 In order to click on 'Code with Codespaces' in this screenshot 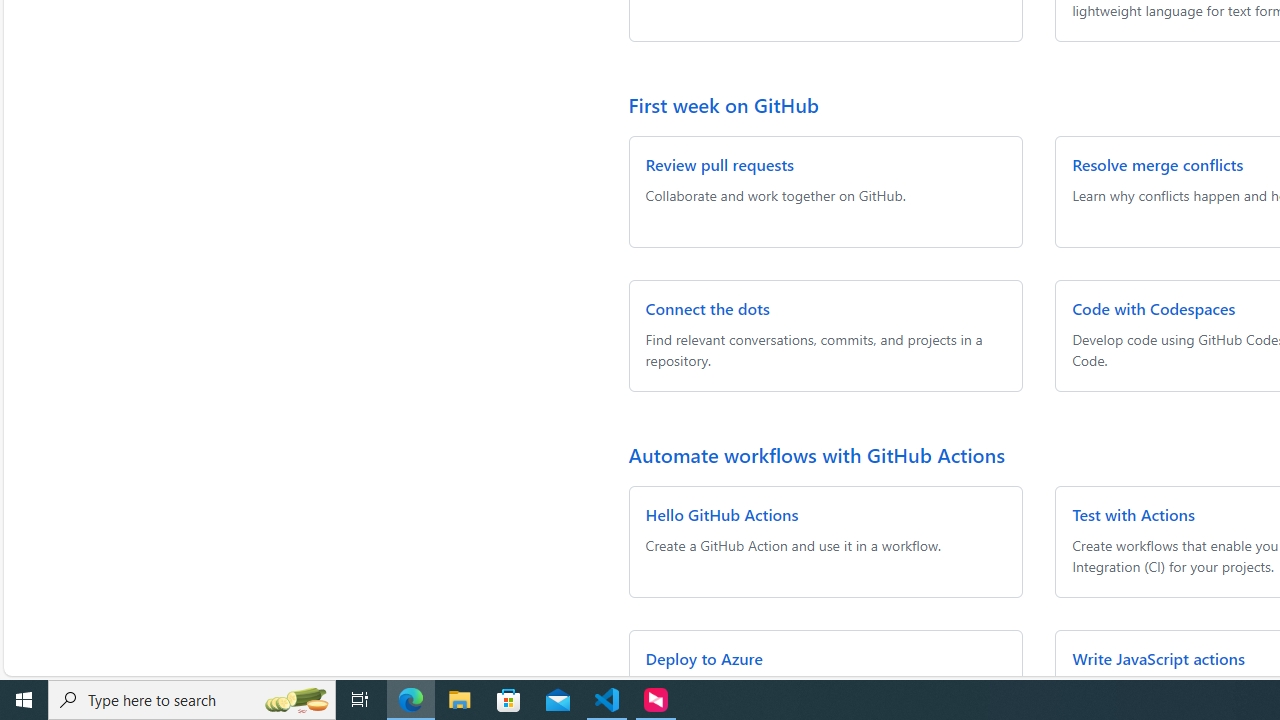, I will do `click(1154, 308)`.